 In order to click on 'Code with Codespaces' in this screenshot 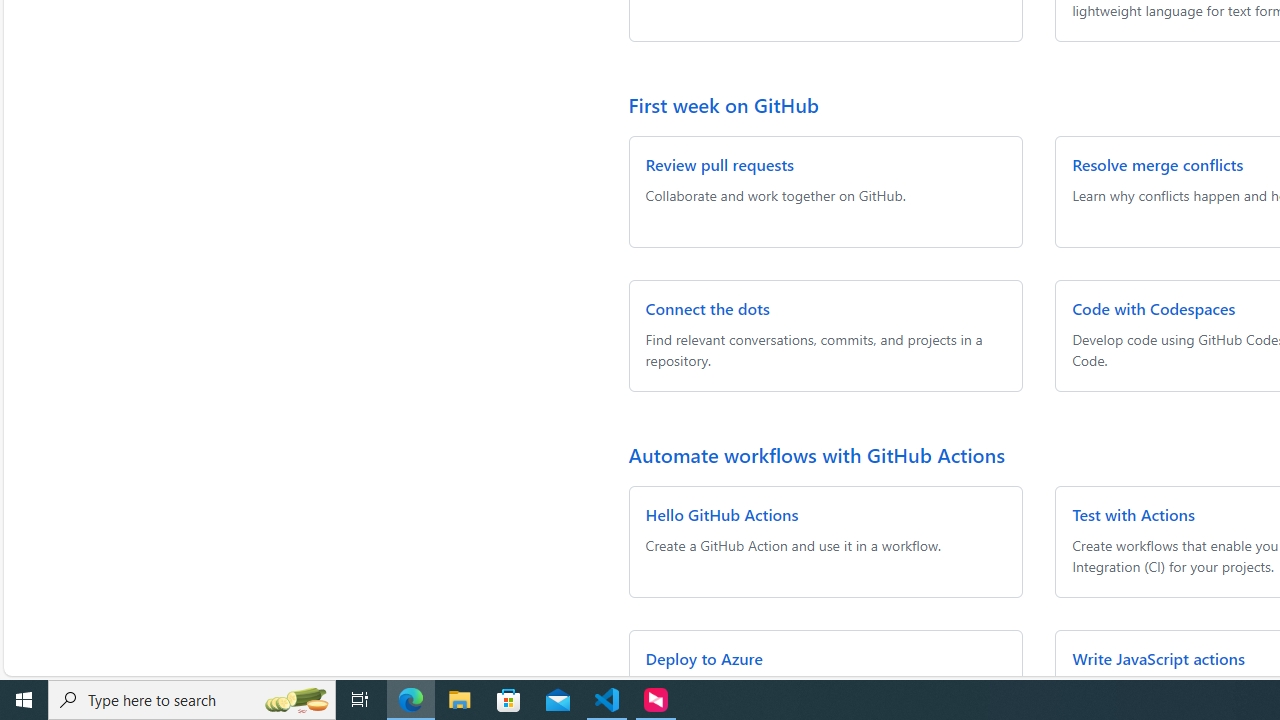, I will do `click(1154, 308)`.